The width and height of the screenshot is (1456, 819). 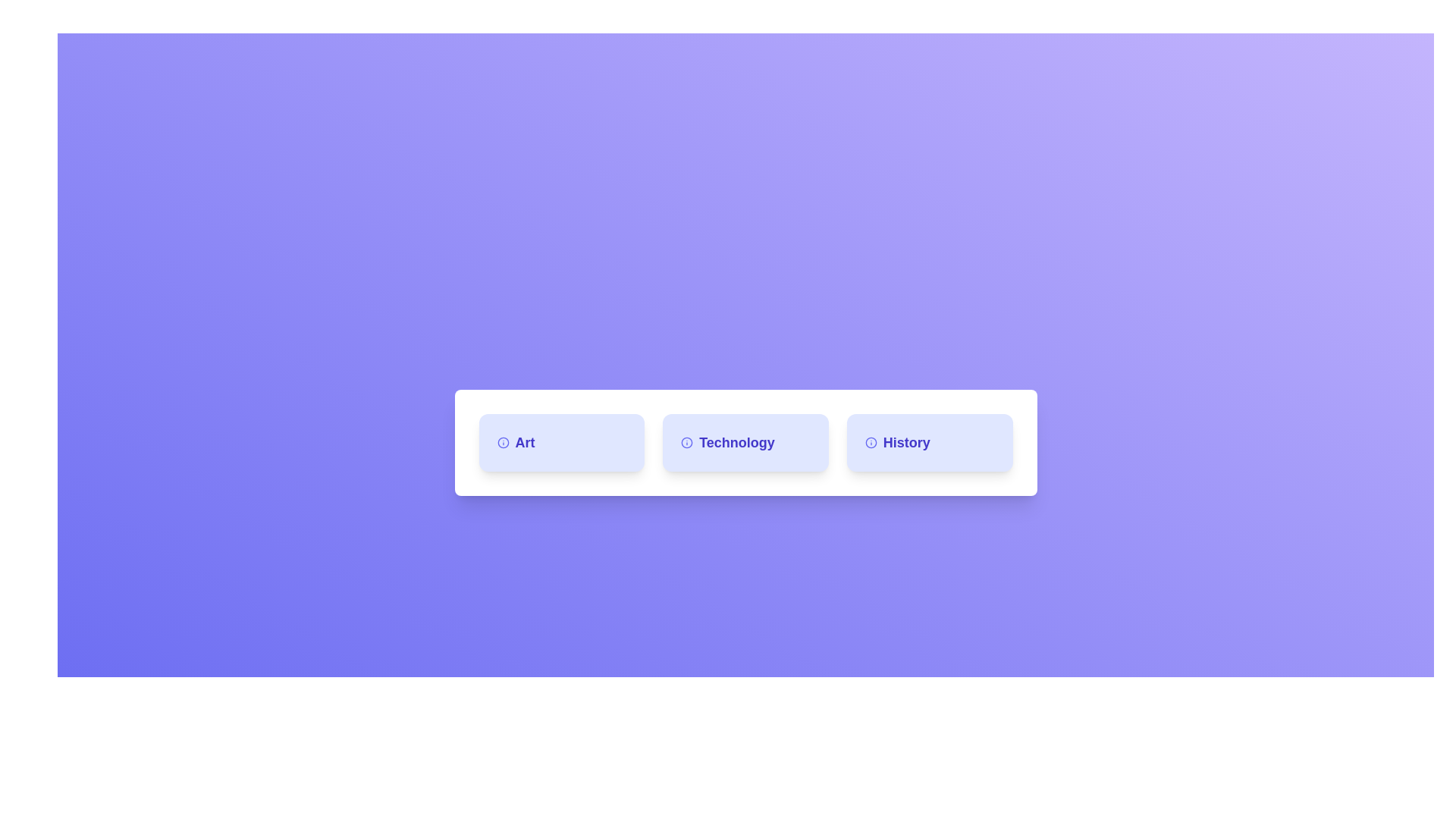 I want to click on the Option Card labeled 'Art' which is styled in light indigo with rounded corners to initiate a hover effect, so click(x=560, y=442).